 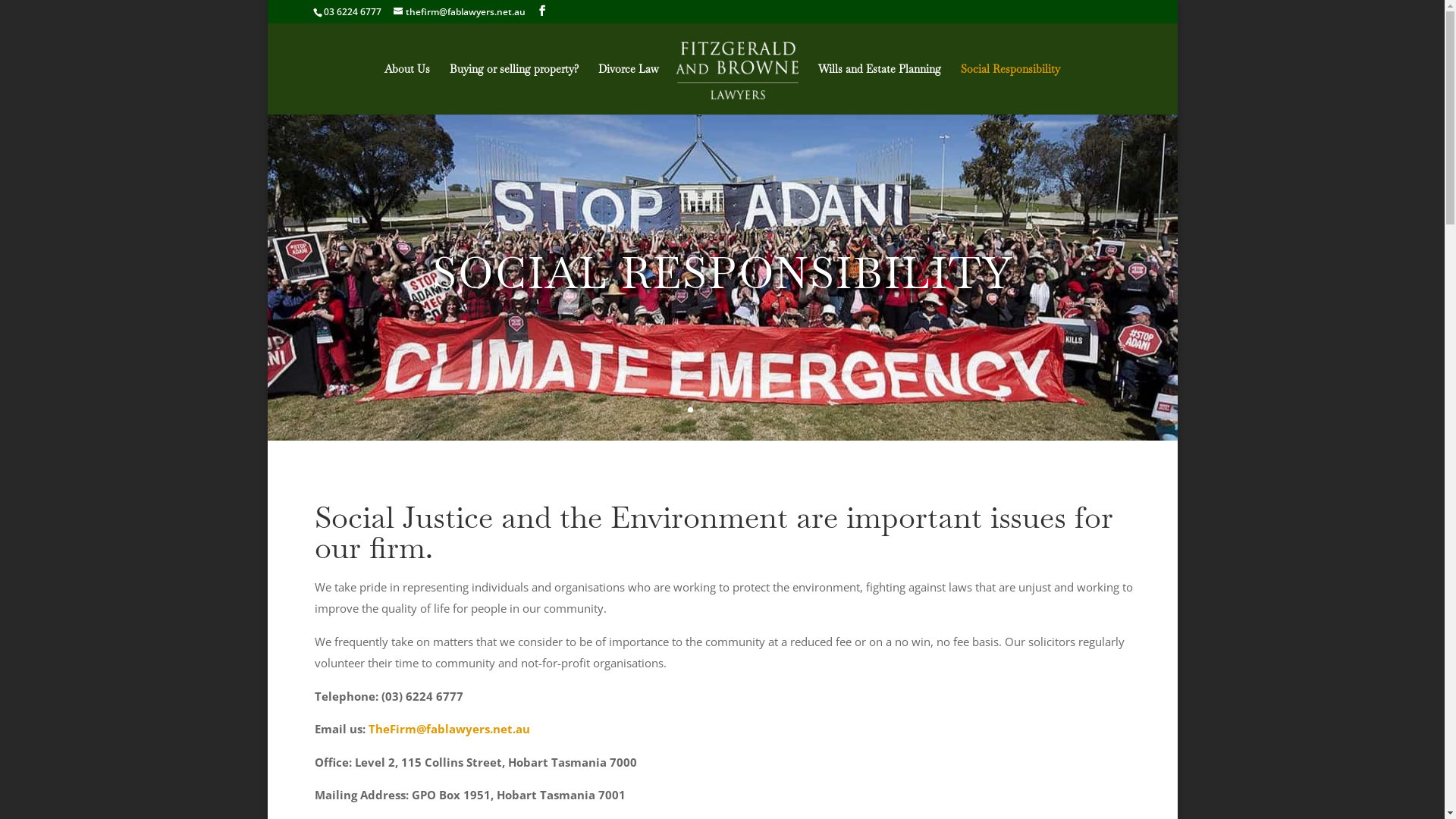 I want to click on 'Wills and Estate Planning', so click(x=817, y=89).